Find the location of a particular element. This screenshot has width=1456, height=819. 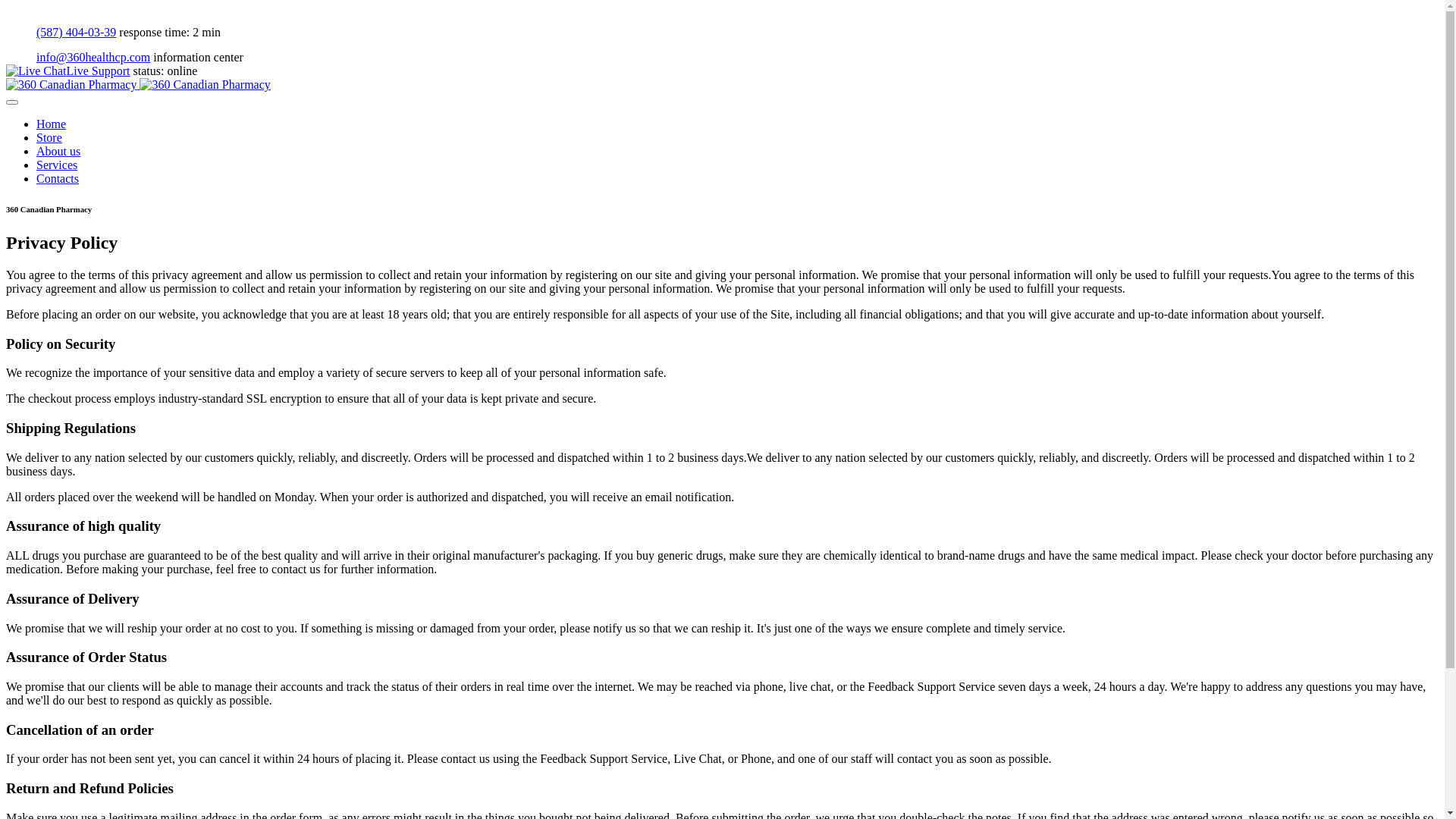

'Live Support' is located at coordinates (67, 71).